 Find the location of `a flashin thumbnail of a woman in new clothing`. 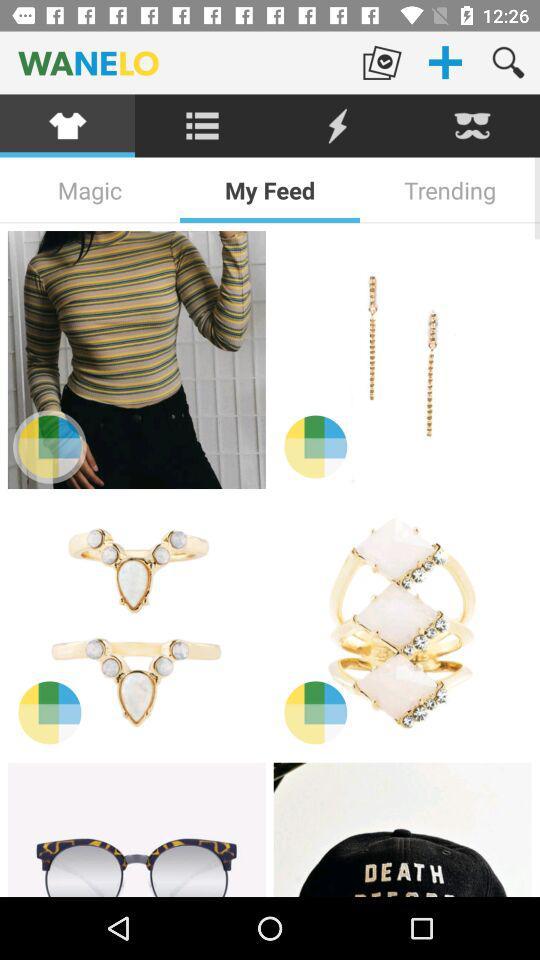

a flashin thumbnail of a woman in new clothing is located at coordinates (402, 360).